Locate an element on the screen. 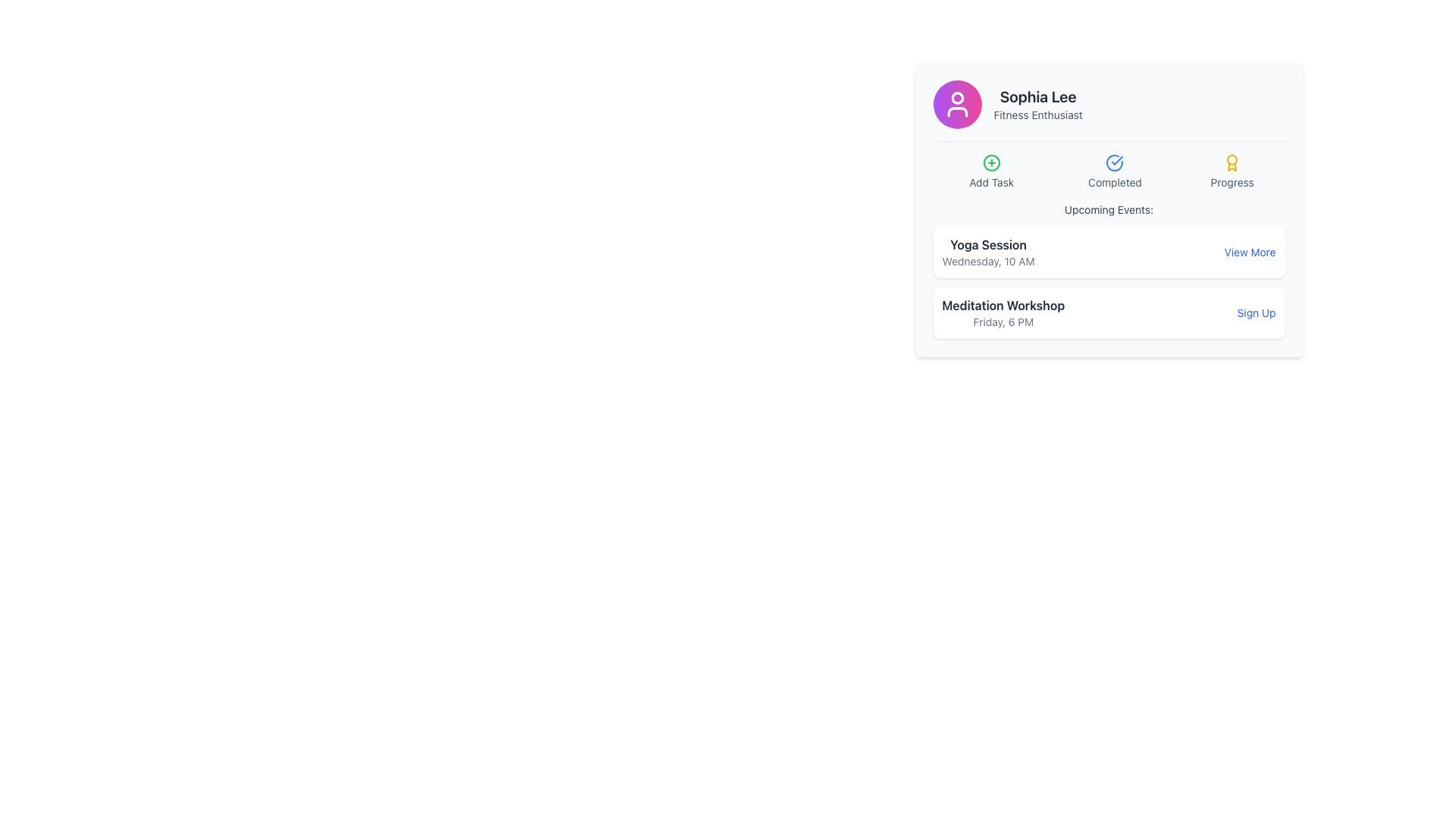 The height and width of the screenshot is (819, 1456). the user profile icon, which is a white silhouette against a circular gradient background transitioning from purple to pink, located to the left of the text block displaying 'Sophia Lee' and 'Fitness Enthusiast' is located at coordinates (956, 104).